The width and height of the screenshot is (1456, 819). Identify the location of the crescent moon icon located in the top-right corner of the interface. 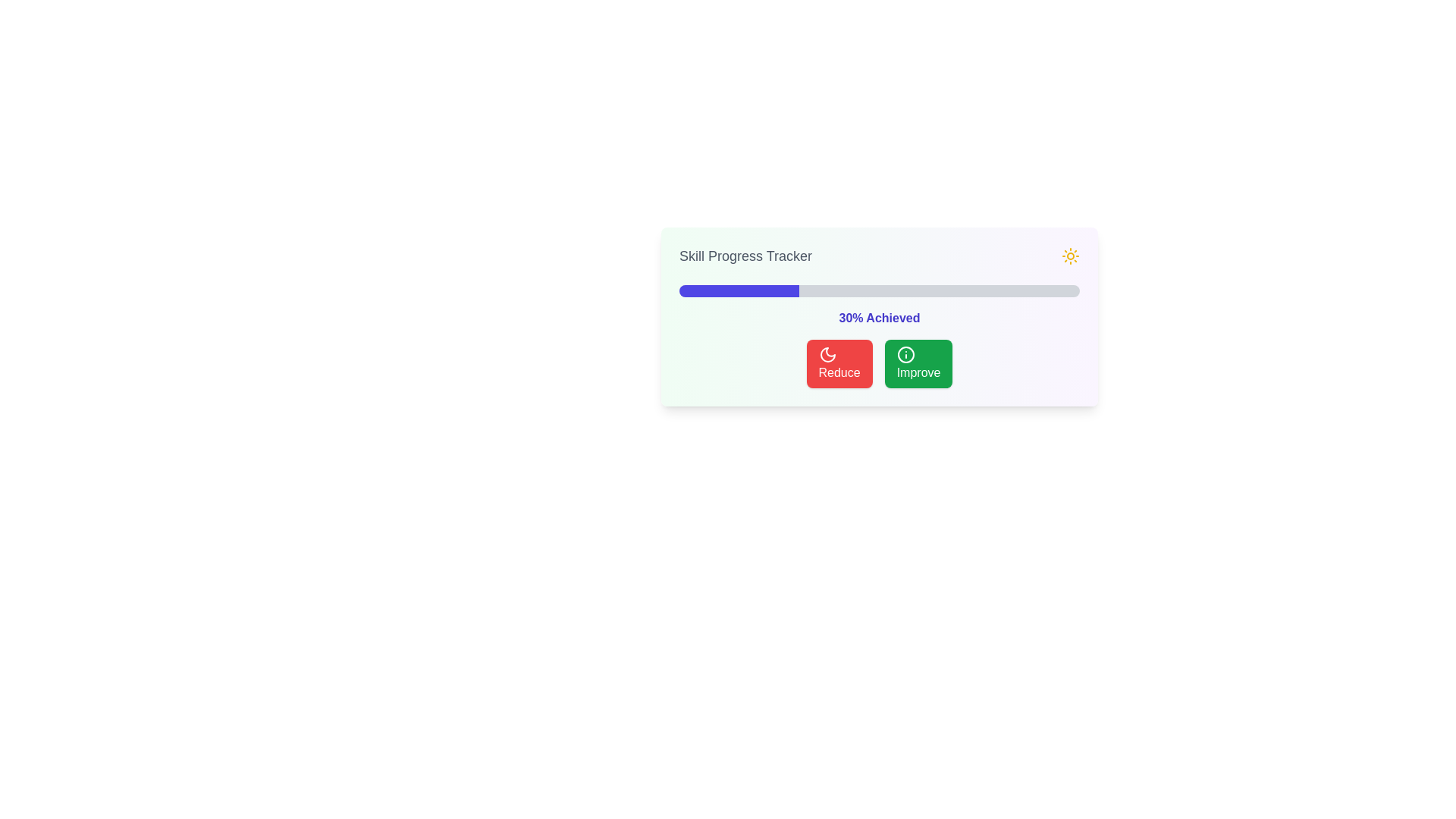
(827, 354).